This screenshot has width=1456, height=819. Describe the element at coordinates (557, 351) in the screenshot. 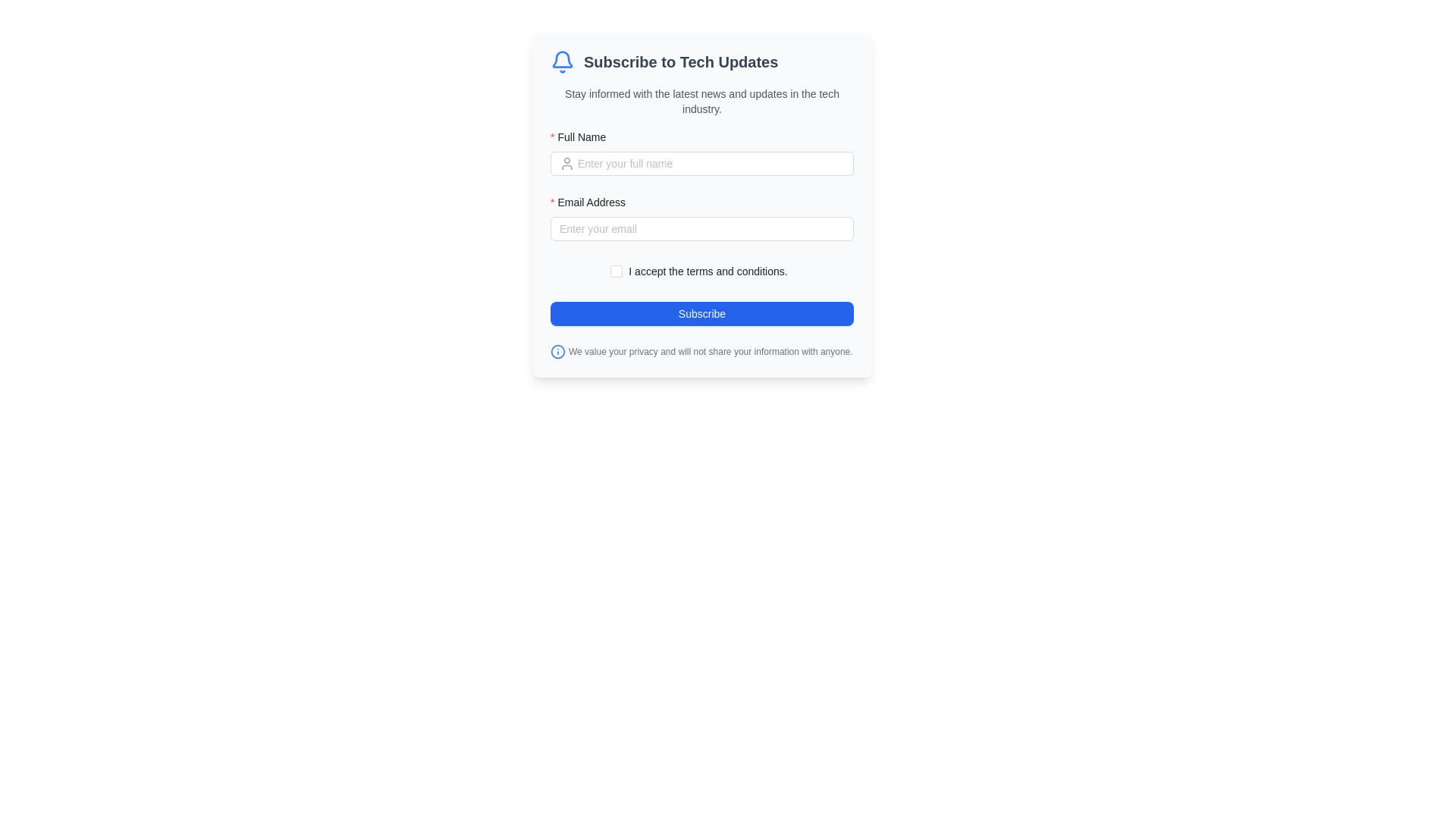

I see `the informational icon located at the bottom-left corner of the privacy statement text note that reads 'We value your privacy and will not share your information with anyone.'` at that location.